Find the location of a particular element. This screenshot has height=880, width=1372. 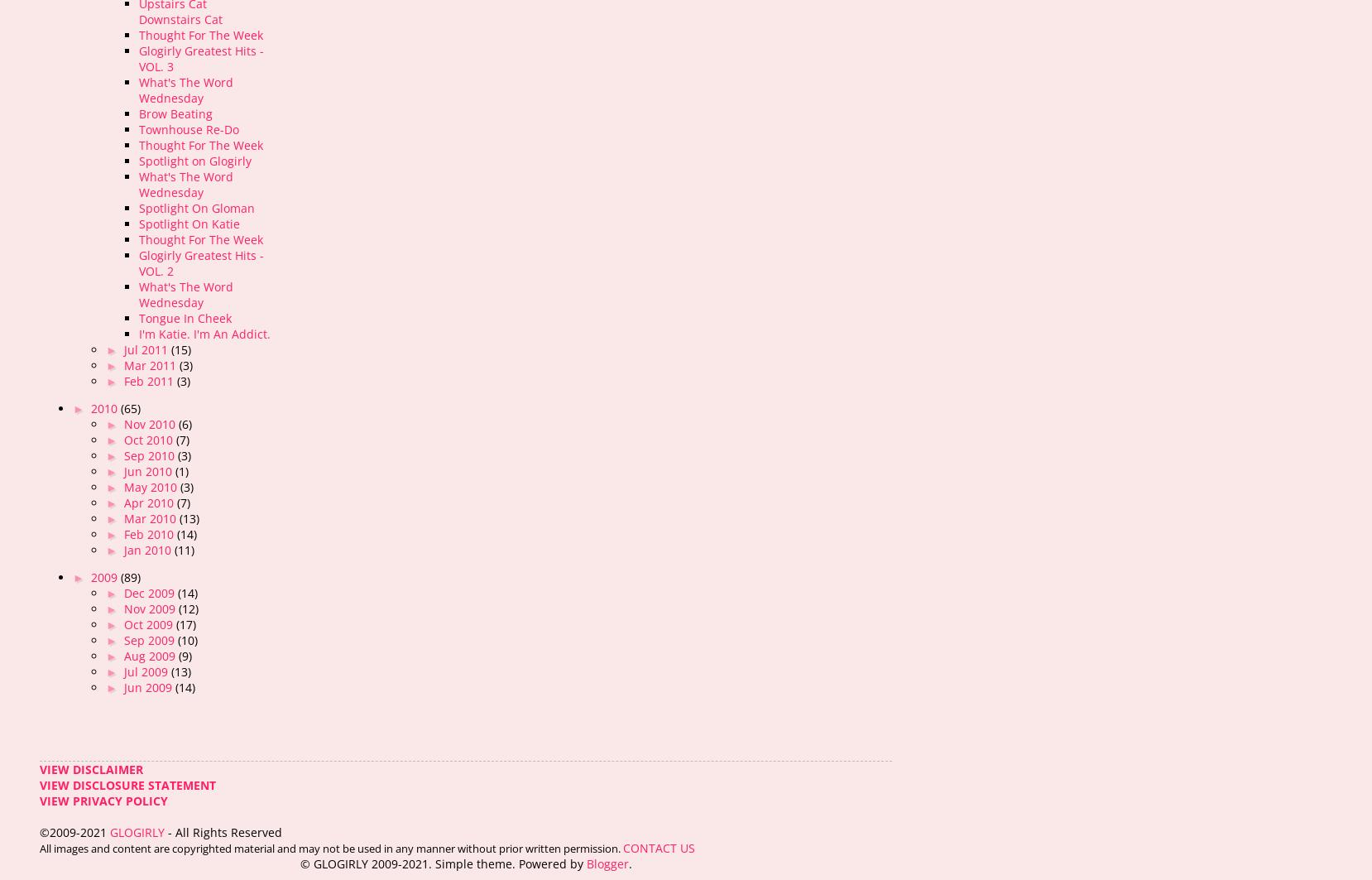

'All images and content are copyrighted material and may not be used in any manner without prior written permission.' is located at coordinates (330, 848).